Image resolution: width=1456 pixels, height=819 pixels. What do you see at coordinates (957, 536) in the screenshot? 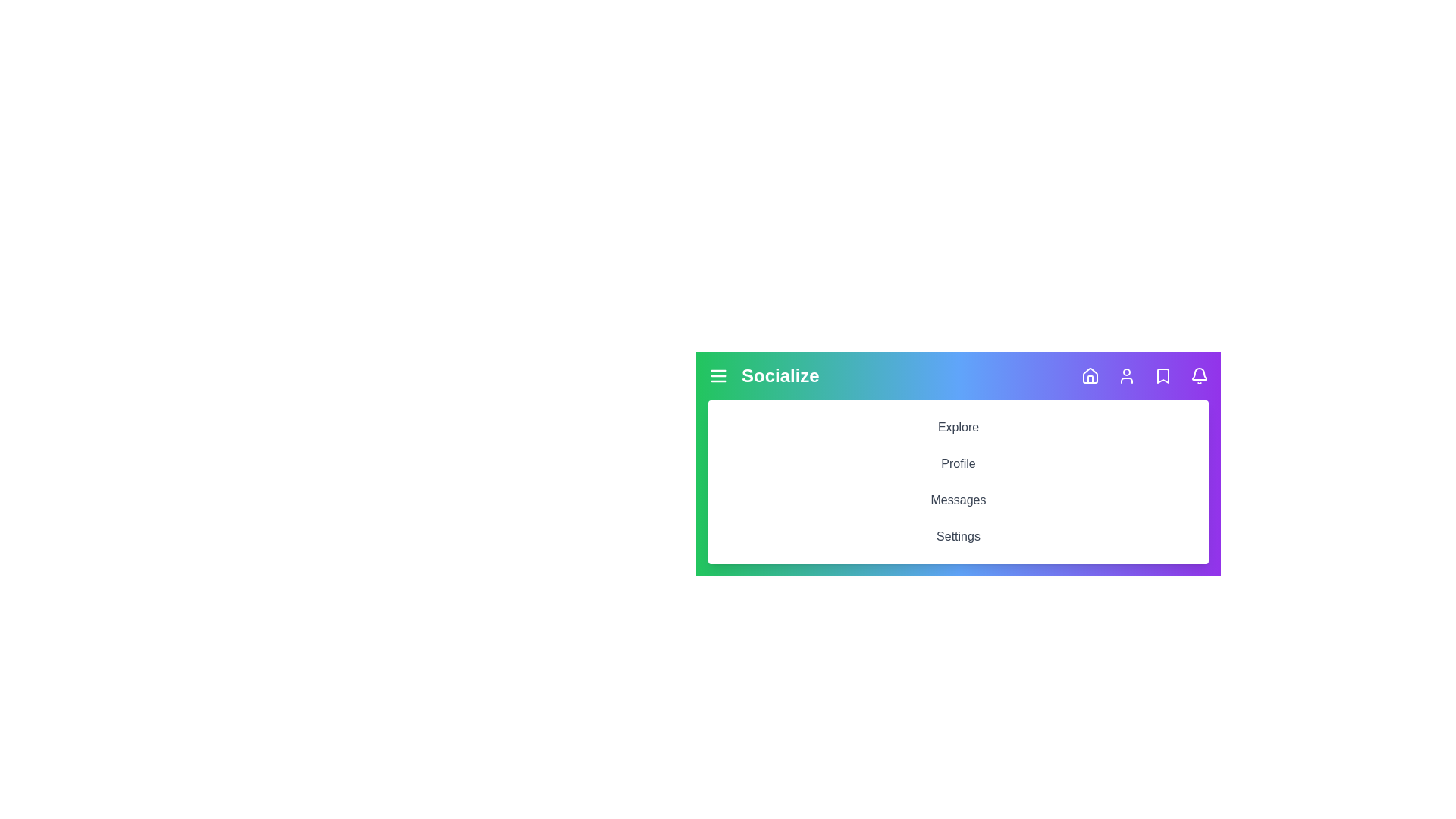
I see `the menu item Settings` at bounding box center [957, 536].